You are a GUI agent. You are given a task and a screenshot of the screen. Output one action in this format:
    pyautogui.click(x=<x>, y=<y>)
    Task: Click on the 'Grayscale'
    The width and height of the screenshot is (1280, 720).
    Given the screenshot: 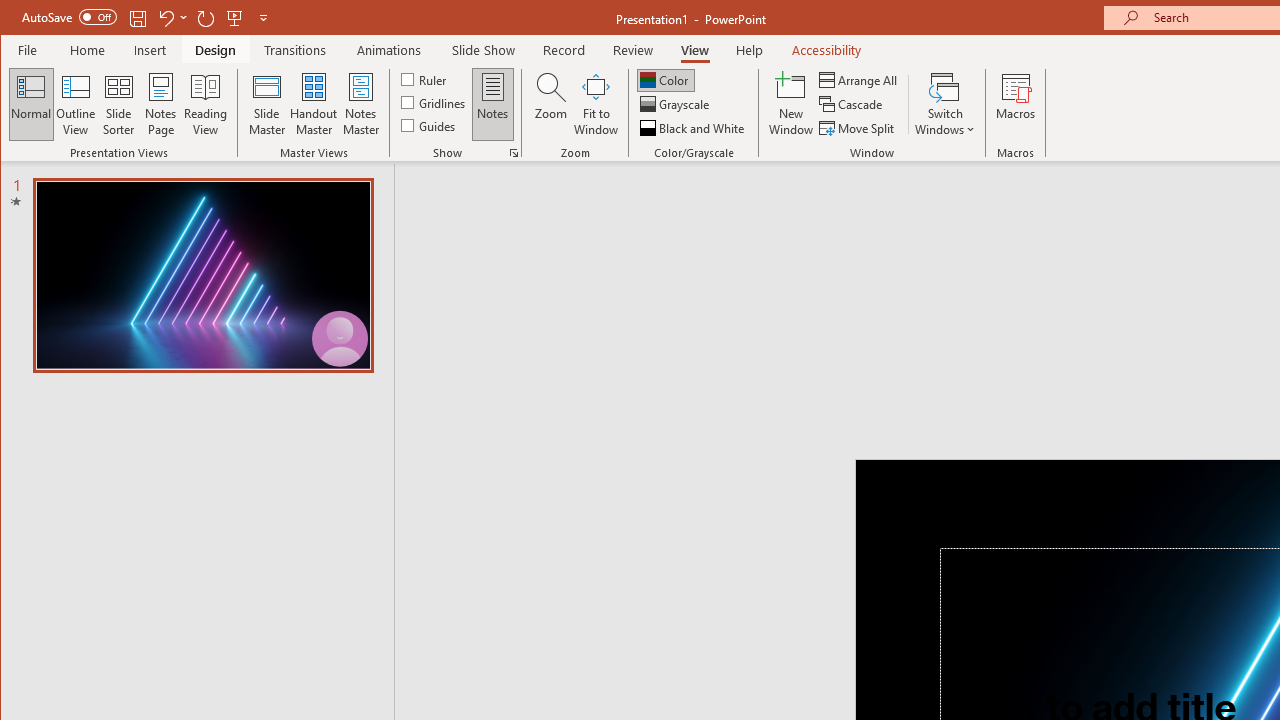 What is the action you would take?
    pyautogui.click(x=676, y=104)
    